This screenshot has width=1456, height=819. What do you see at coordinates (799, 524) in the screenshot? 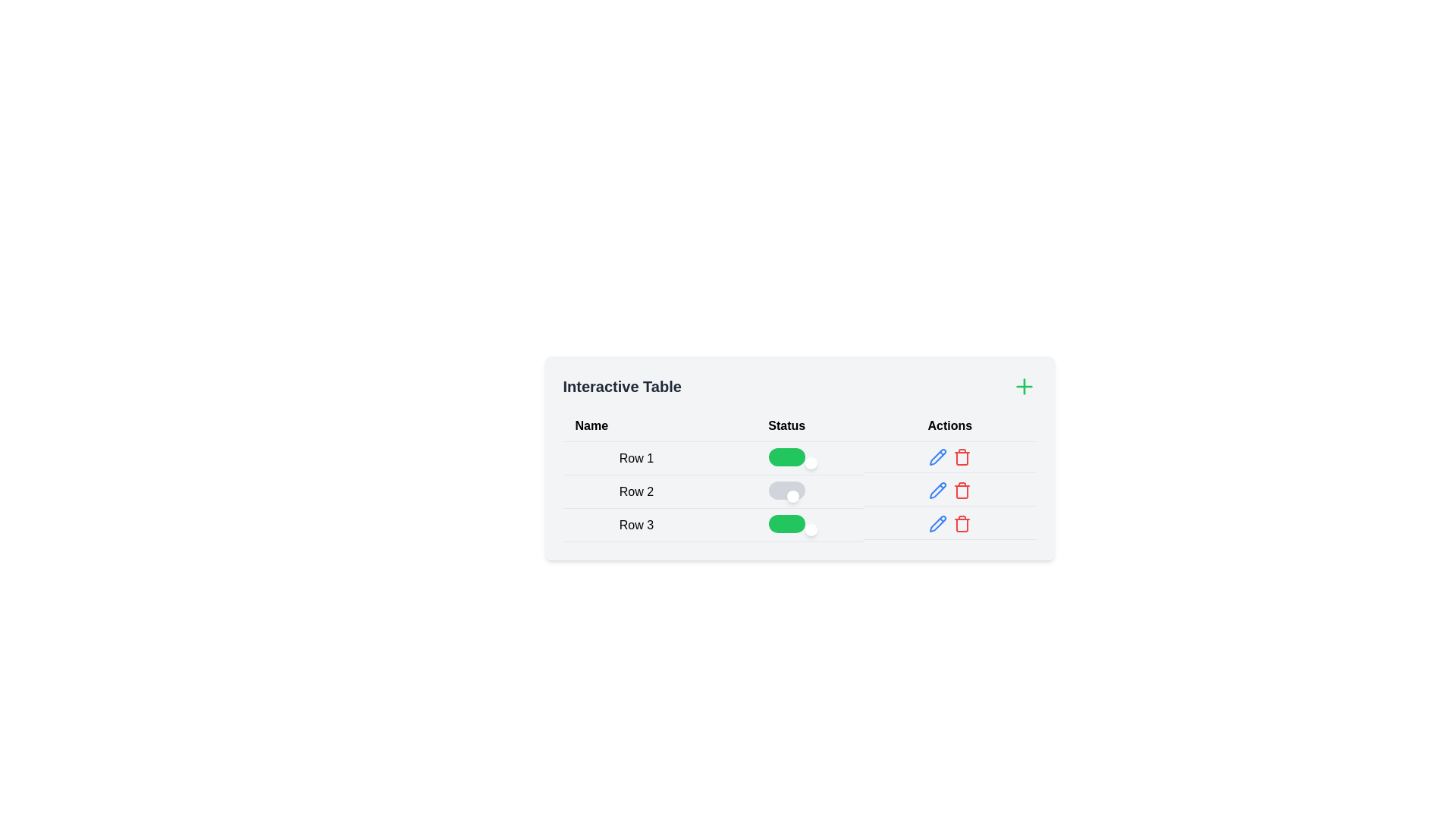
I see `the toggle switch located in the 'Status' column of 'Row 3' in the 'Interactive Table'` at bounding box center [799, 524].